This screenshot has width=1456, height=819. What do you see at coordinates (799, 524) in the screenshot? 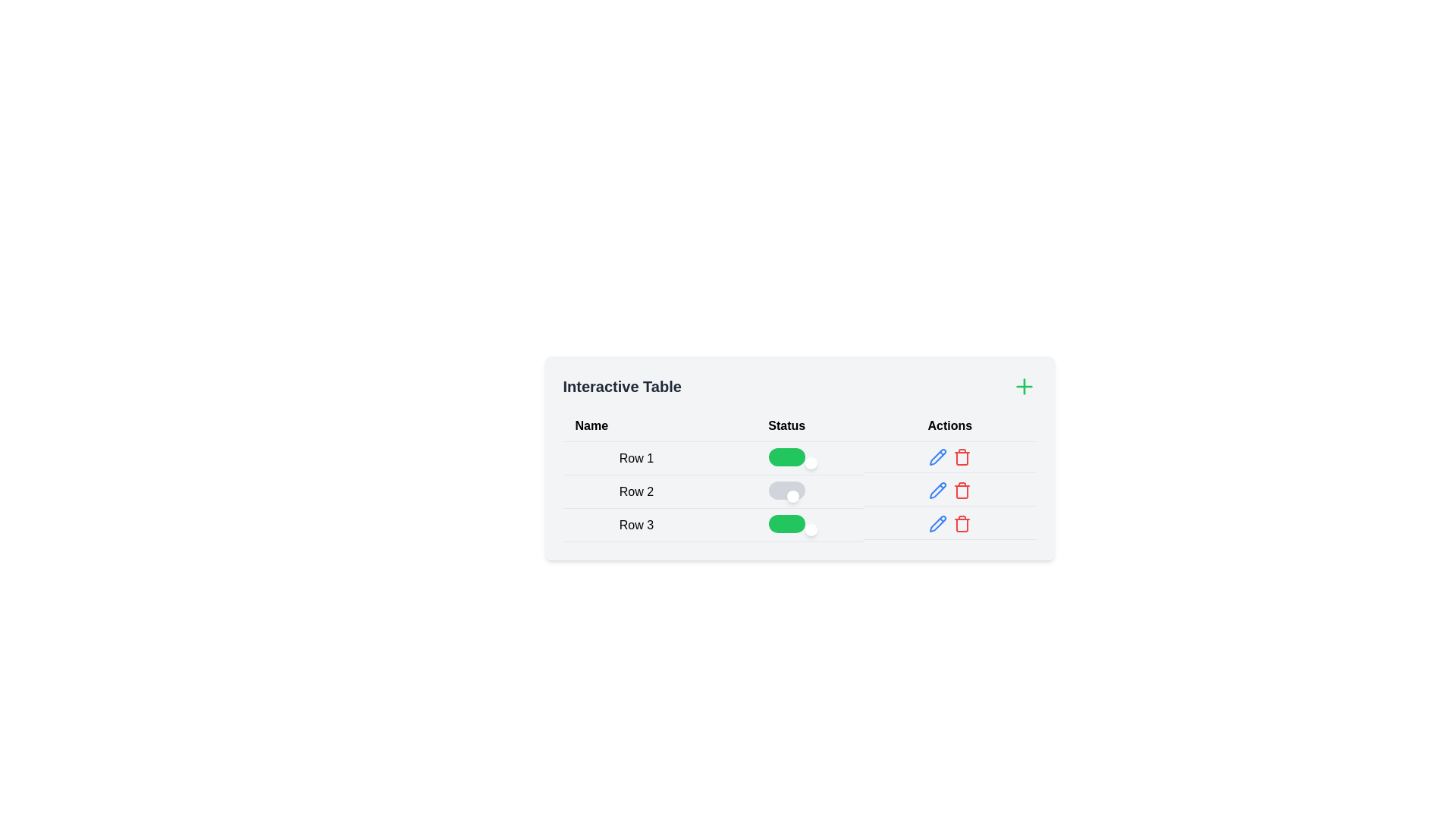
I see `the toggle switch located in the 'Status' column of 'Row 3' in the 'Interactive Table'` at bounding box center [799, 524].